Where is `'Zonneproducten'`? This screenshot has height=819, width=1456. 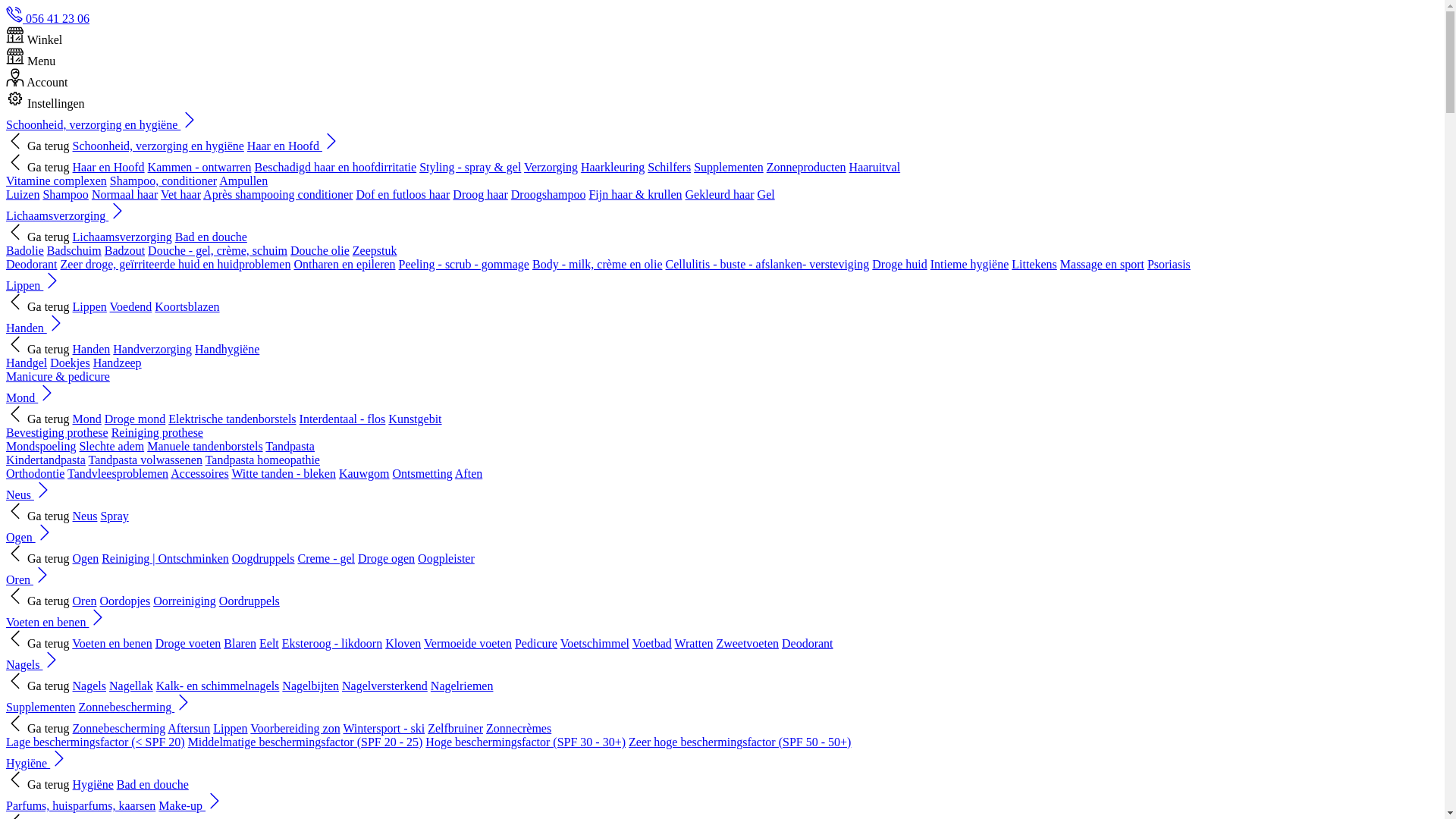
'Zonneproducten' is located at coordinates (767, 167).